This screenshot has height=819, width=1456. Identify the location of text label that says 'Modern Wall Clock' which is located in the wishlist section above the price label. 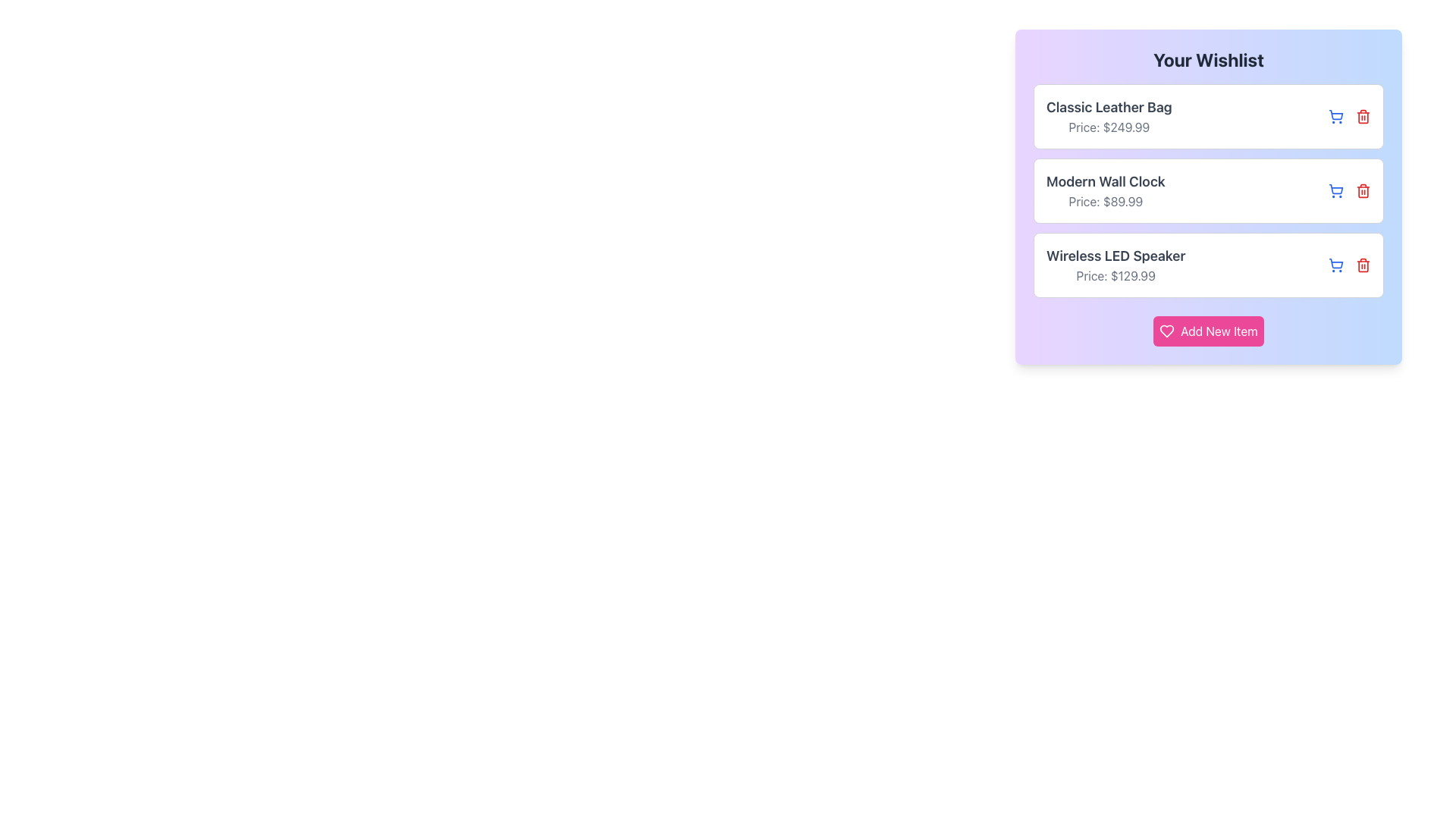
(1106, 180).